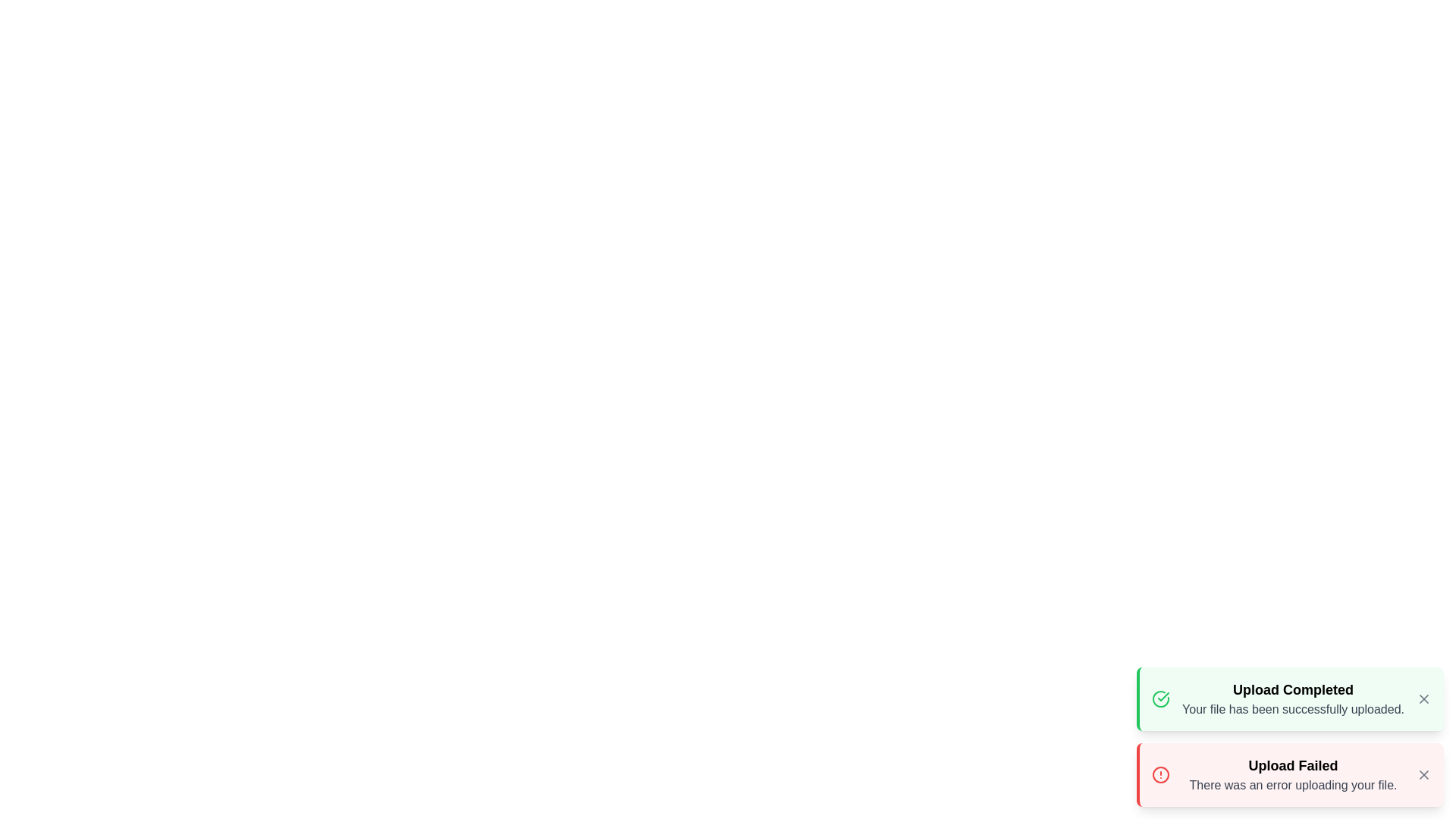 This screenshot has width=1456, height=819. Describe the element at coordinates (1292, 698) in the screenshot. I see `the informational text block displaying 'Upload Completed' in the success notification for feedback` at that location.